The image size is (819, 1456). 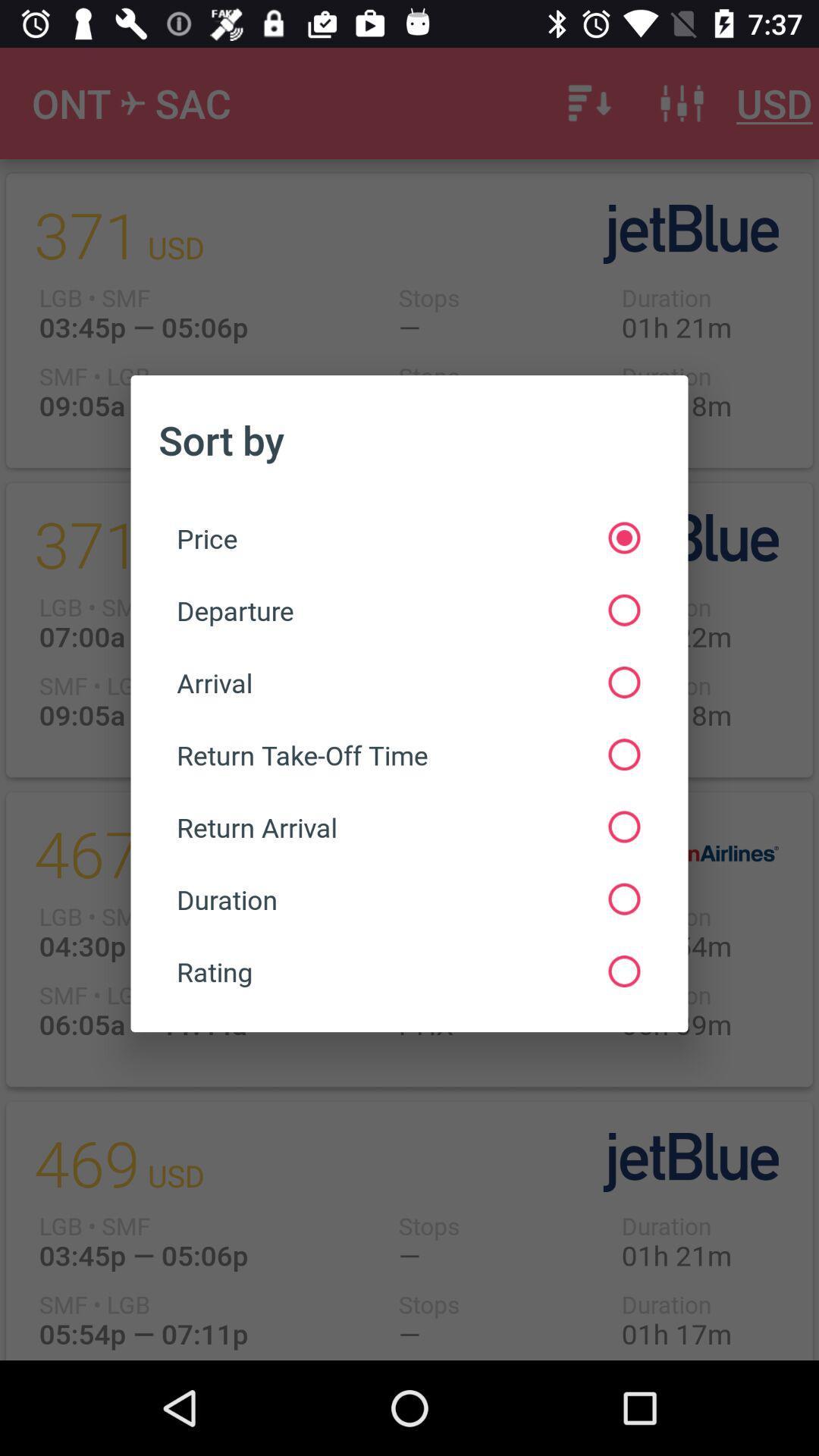 What do you see at coordinates (407, 971) in the screenshot?
I see `the rating at the bottom` at bounding box center [407, 971].